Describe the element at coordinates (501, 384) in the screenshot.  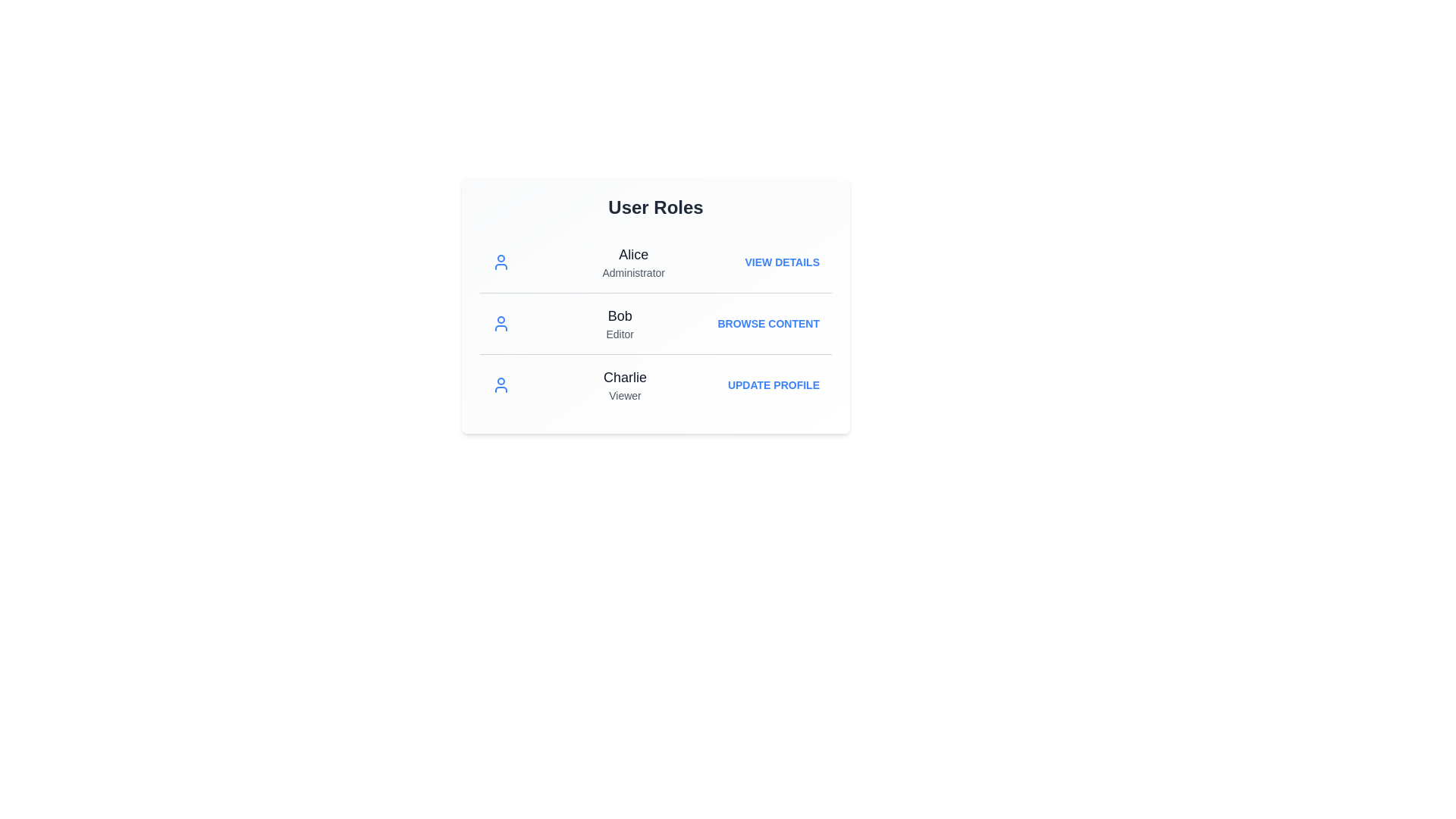
I see `the user profile icon representing 'Charlie' in the 'Charlie Viewer Update Profile' card, located at the leftmost position of the group` at that location.